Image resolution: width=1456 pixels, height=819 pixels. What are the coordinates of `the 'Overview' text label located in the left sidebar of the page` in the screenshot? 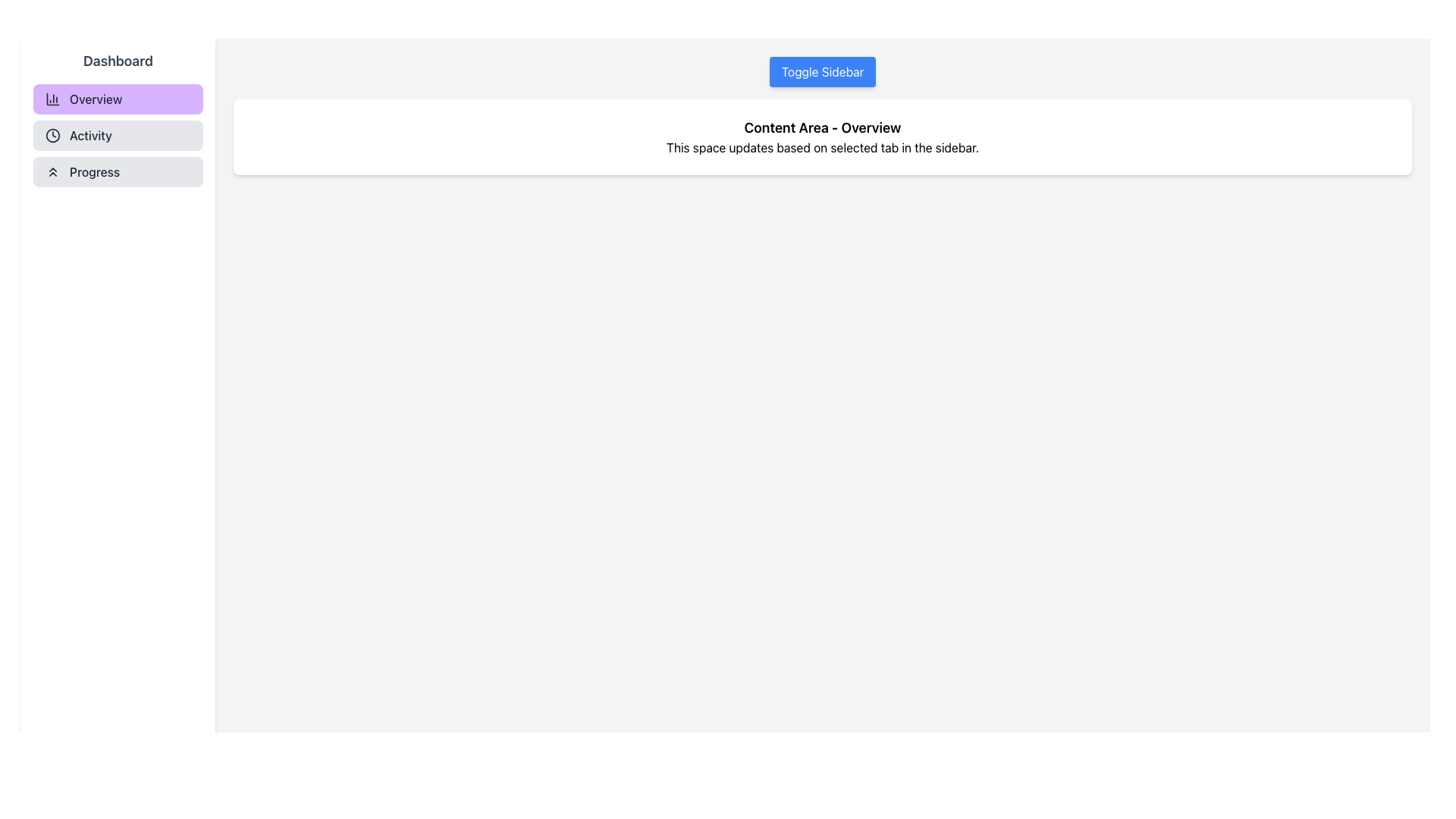 It's located at (95, 99).